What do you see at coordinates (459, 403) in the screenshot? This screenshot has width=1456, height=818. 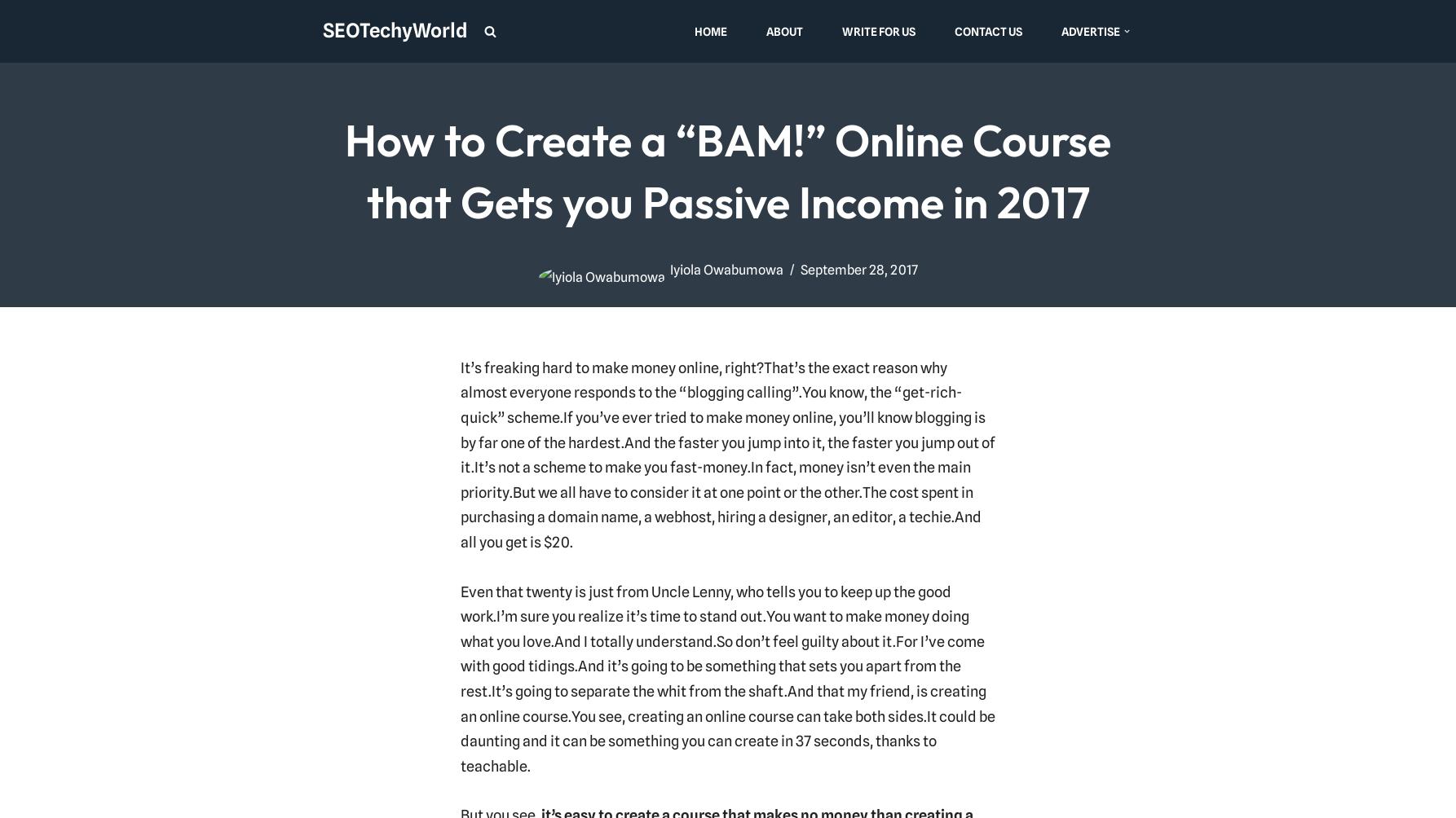 I see `'You know, the “get-rich-quick” scheme.'` at bounding box center [459, 403].